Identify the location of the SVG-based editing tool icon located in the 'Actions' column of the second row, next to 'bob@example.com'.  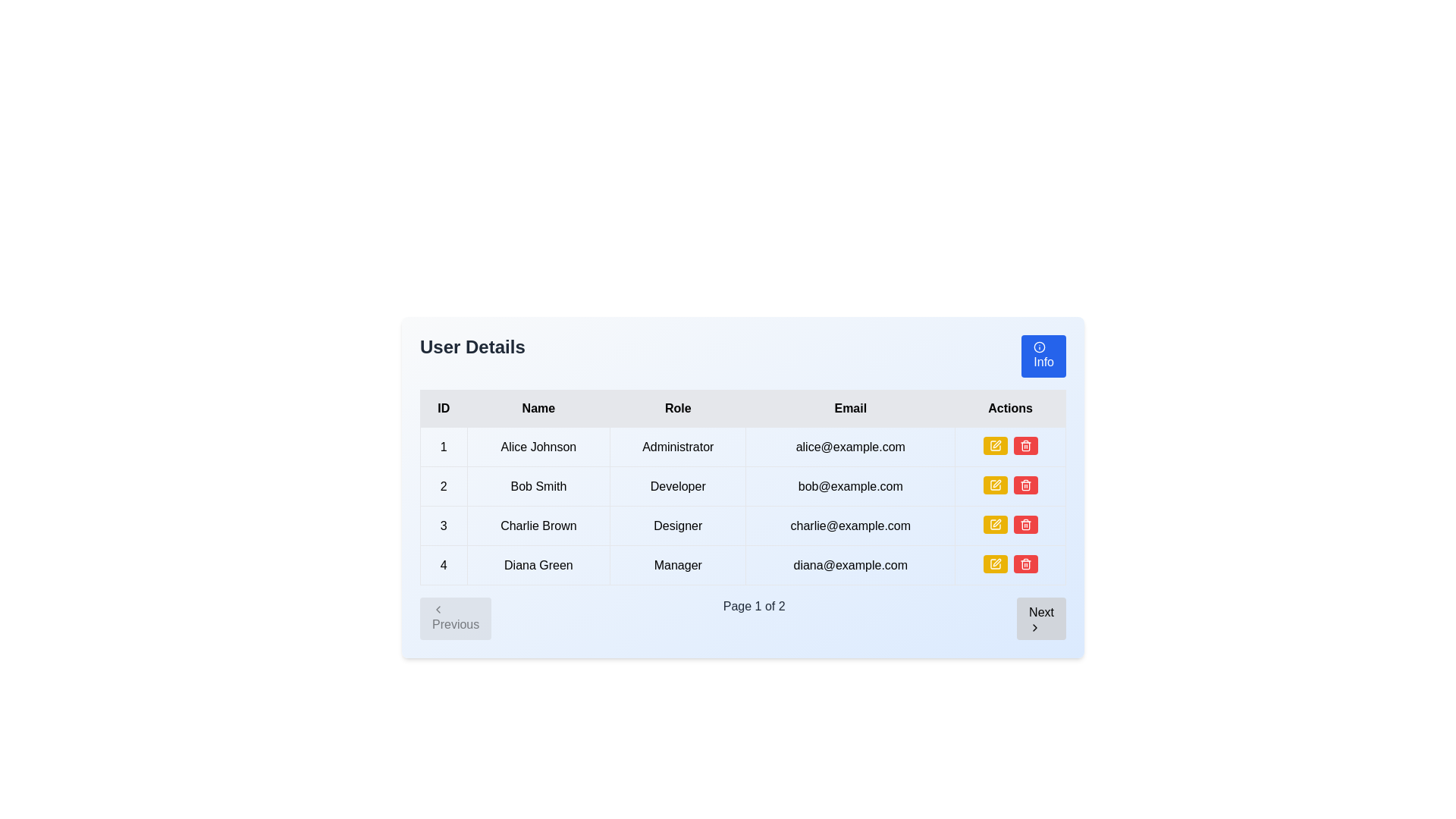
(996, 444).